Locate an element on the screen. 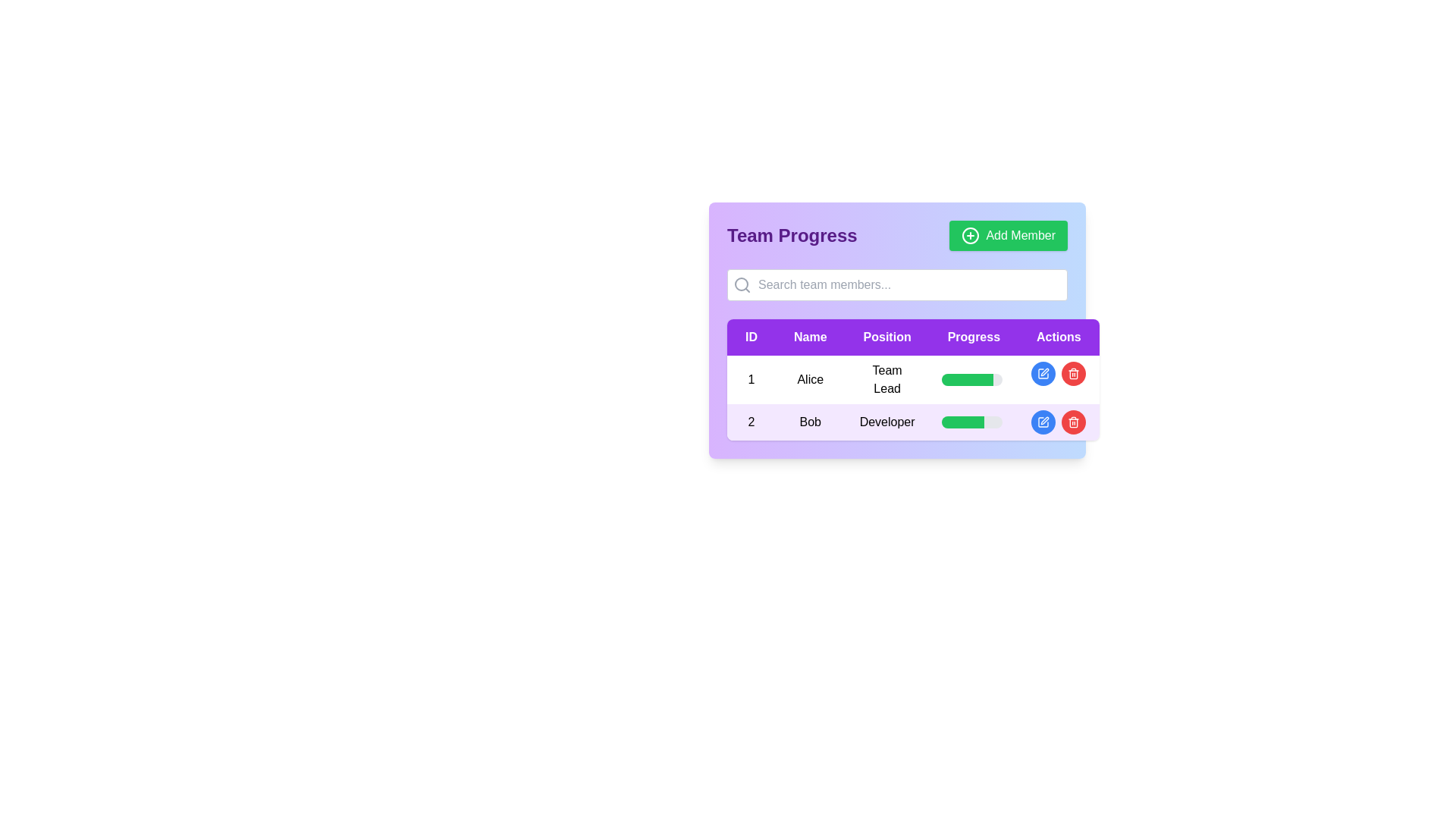 This screenshot has height=819, width=1456. the horizontal progress bar in the 'Progress' column for 'Bob, Developer' in the second row of the table, which is styled with a light gray backdrop and a green filled portion is located at coordinates (974, 422).